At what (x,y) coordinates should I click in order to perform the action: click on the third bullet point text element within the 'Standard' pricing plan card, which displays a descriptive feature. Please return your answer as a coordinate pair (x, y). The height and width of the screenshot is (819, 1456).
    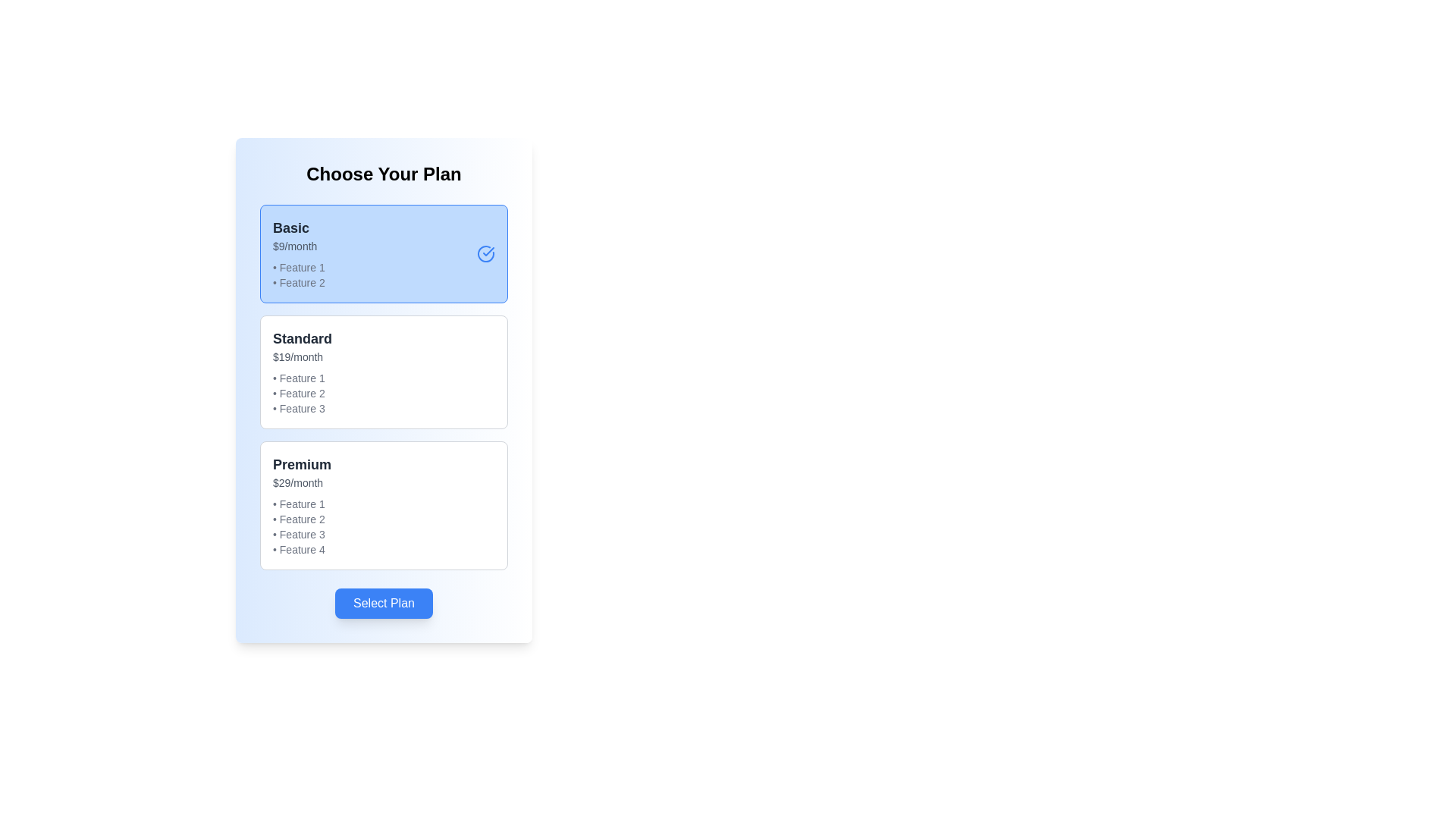
    Looking at the image, I should click on (302, 408).